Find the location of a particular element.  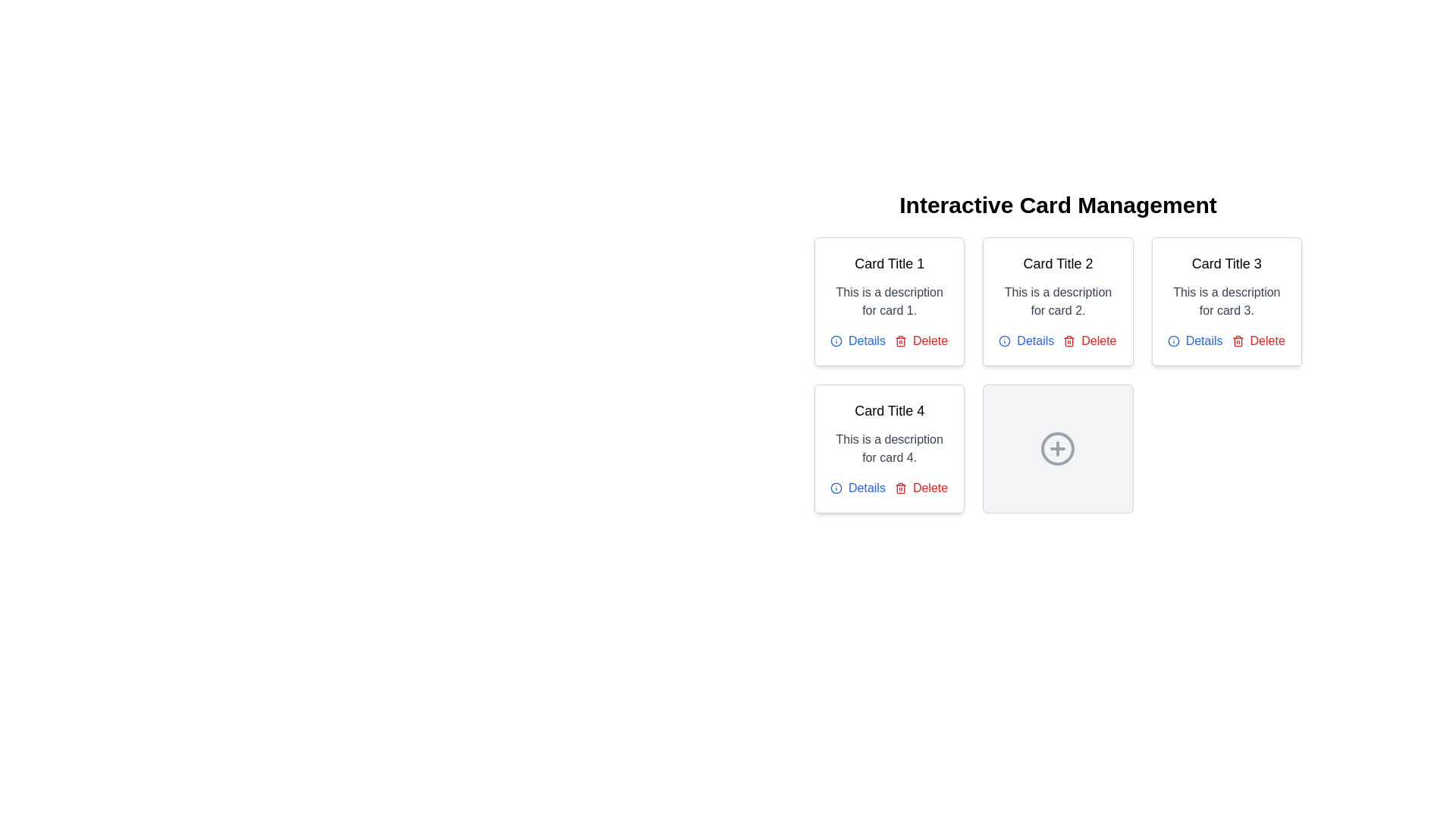

the 'Details' icon located to the left of the text within the clickable link at the bottom-left corner of 'Card Title 4' is located at coordinates (1005, 341).